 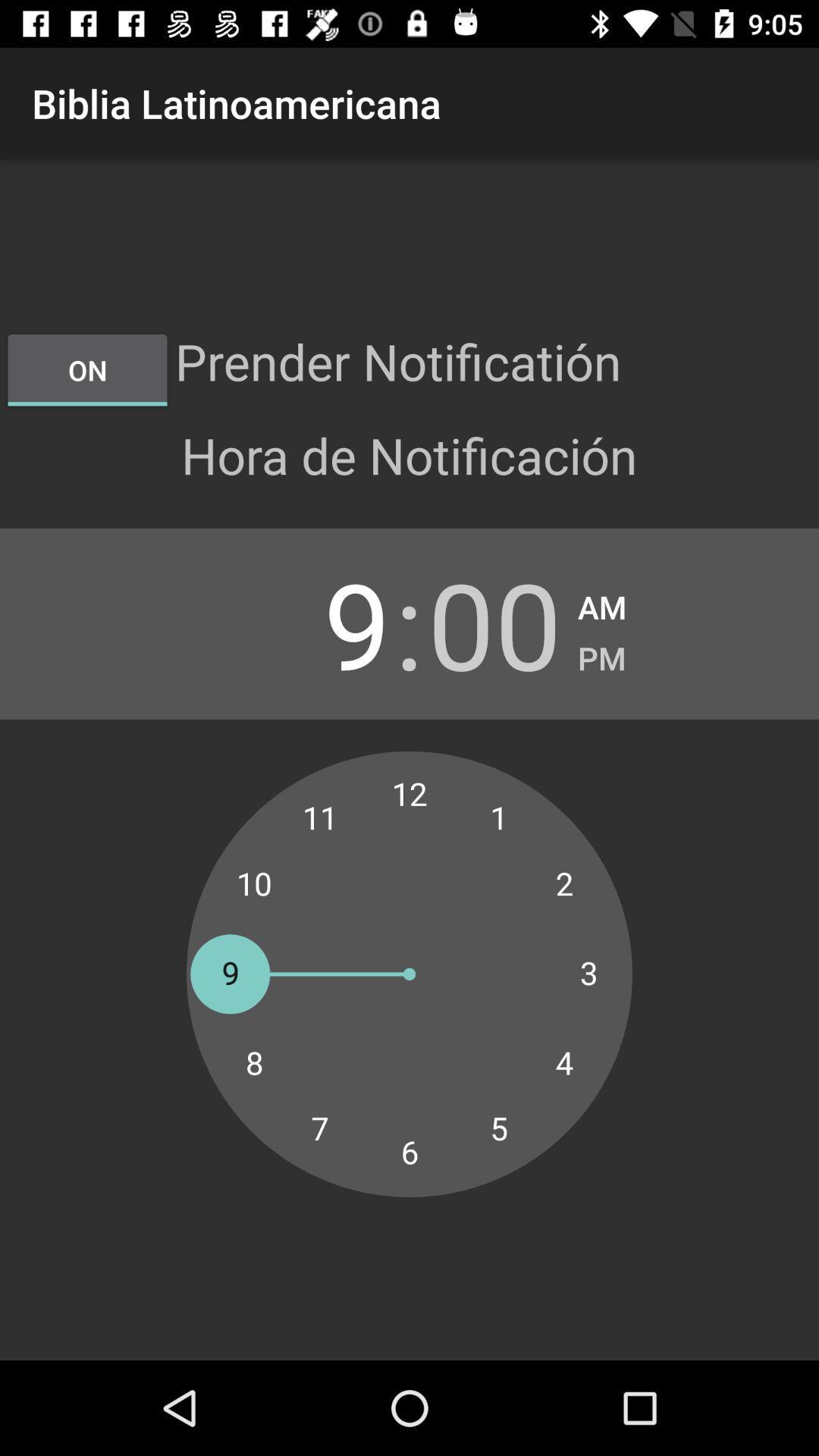 What do you see at coordinates (601, 654) in the screenshot?
I see `item next to the 00 item` at bounding box center [601, 654].